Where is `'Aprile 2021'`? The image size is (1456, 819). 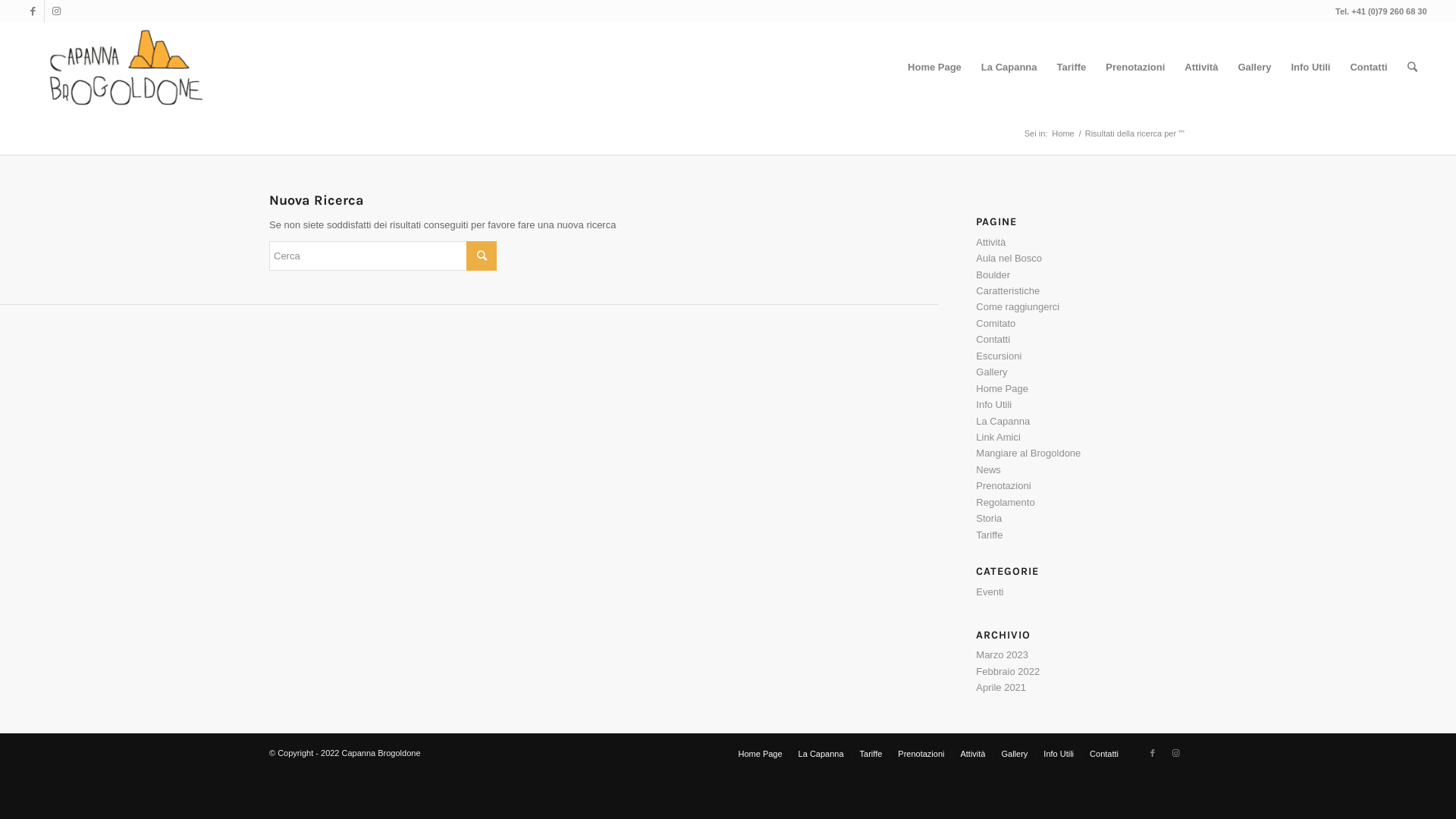
'Aprile 2021' is located at coordinates (1001, 687).